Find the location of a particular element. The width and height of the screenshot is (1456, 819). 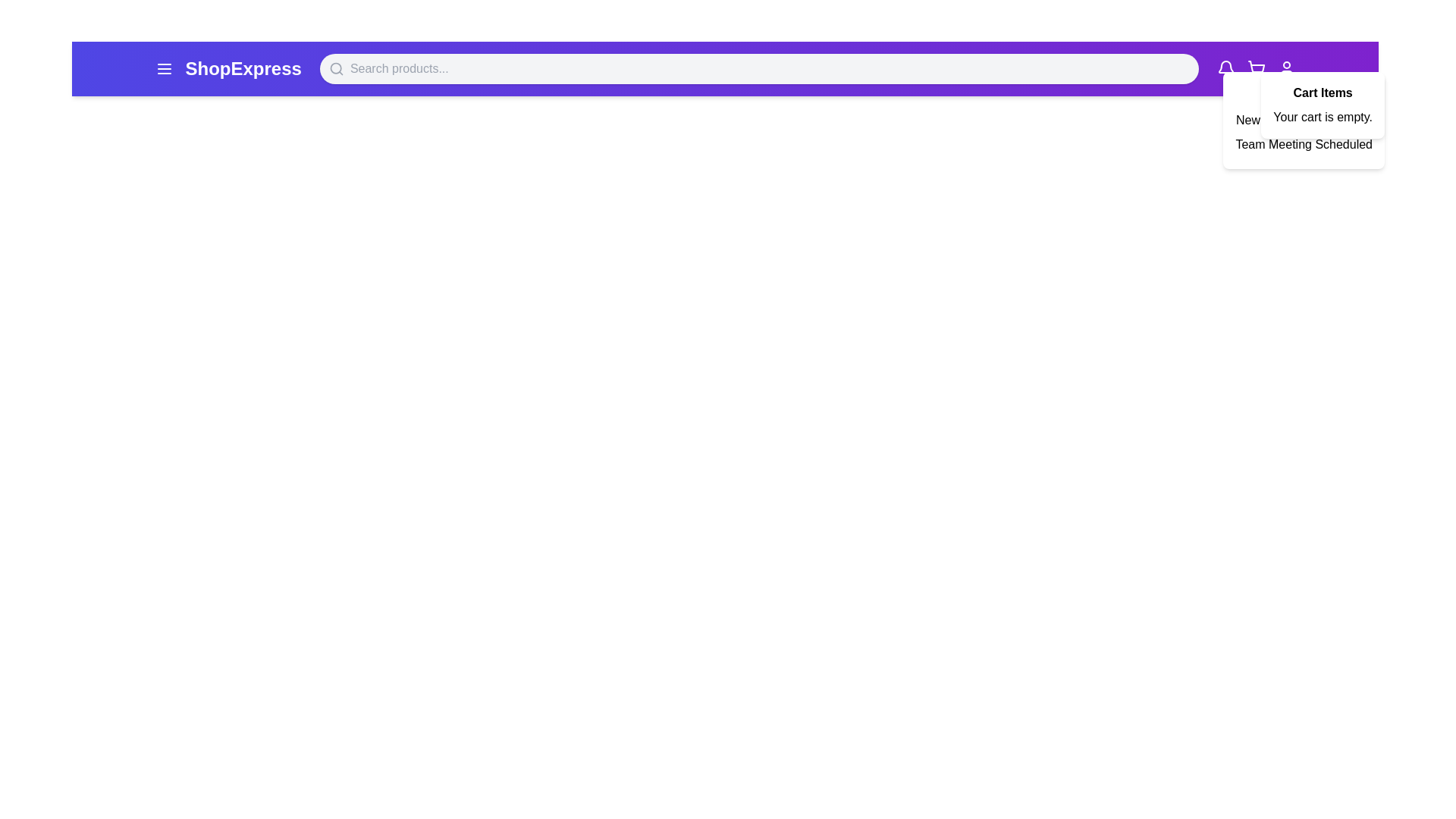

the cart icon to toggle the cart display is located at coordinates (1256, 69).